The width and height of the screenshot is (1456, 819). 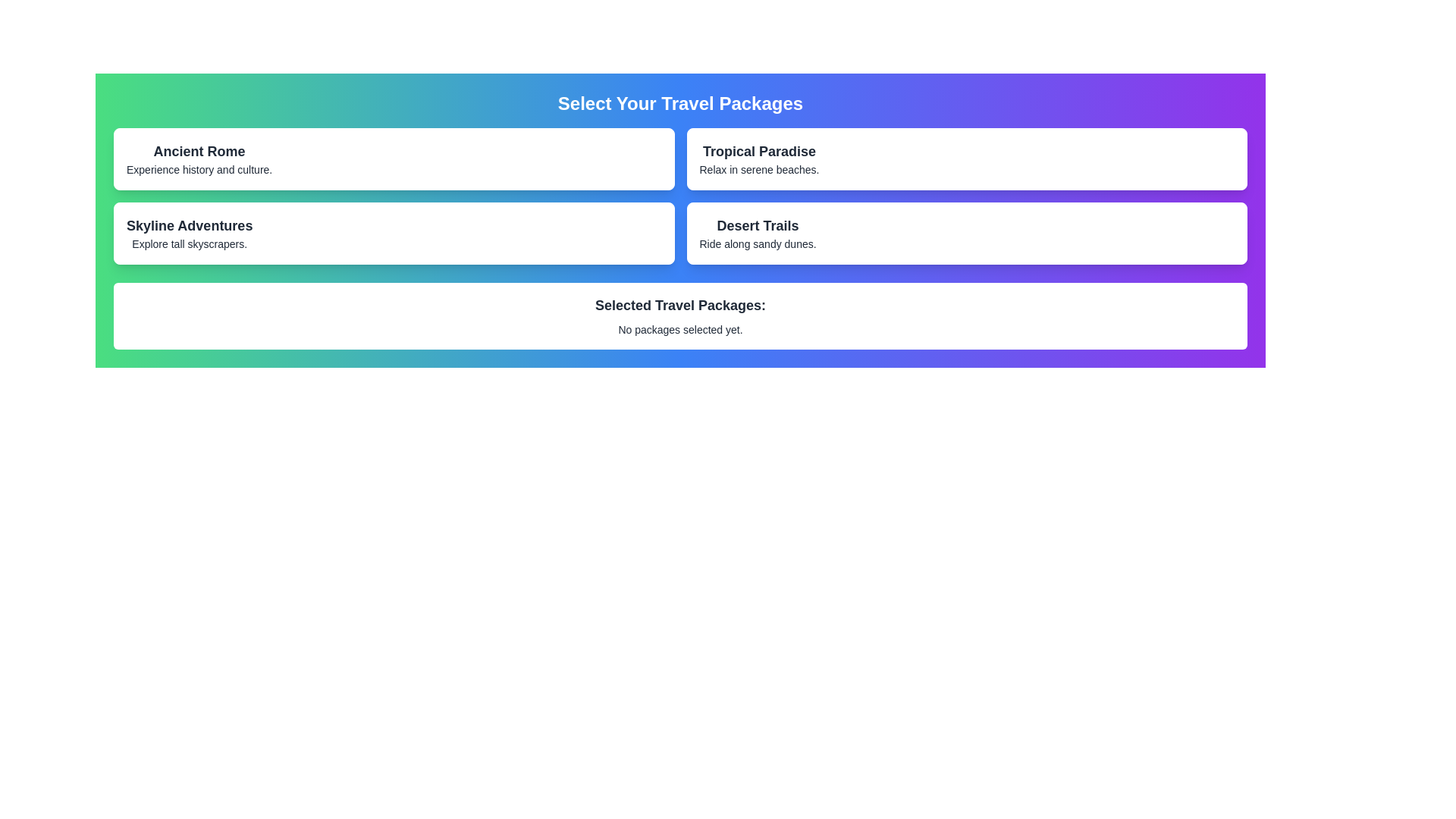 I want to click on the title text label for the 'Desert Trails' travel package option located in the lower right portion of the grid layout, so click(x=758, y=225).